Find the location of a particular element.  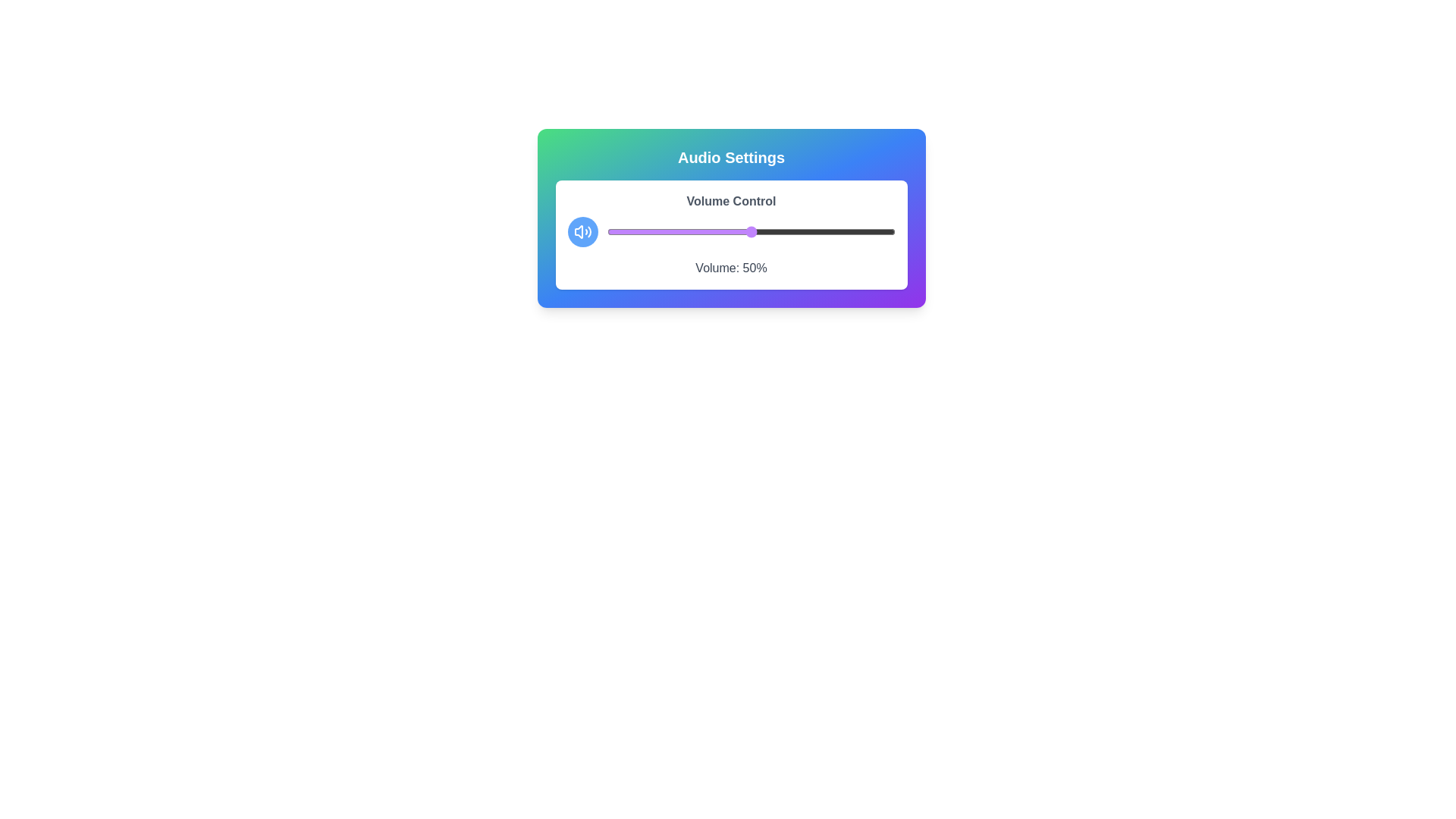

volume slider is located at coordinates (639, 231).